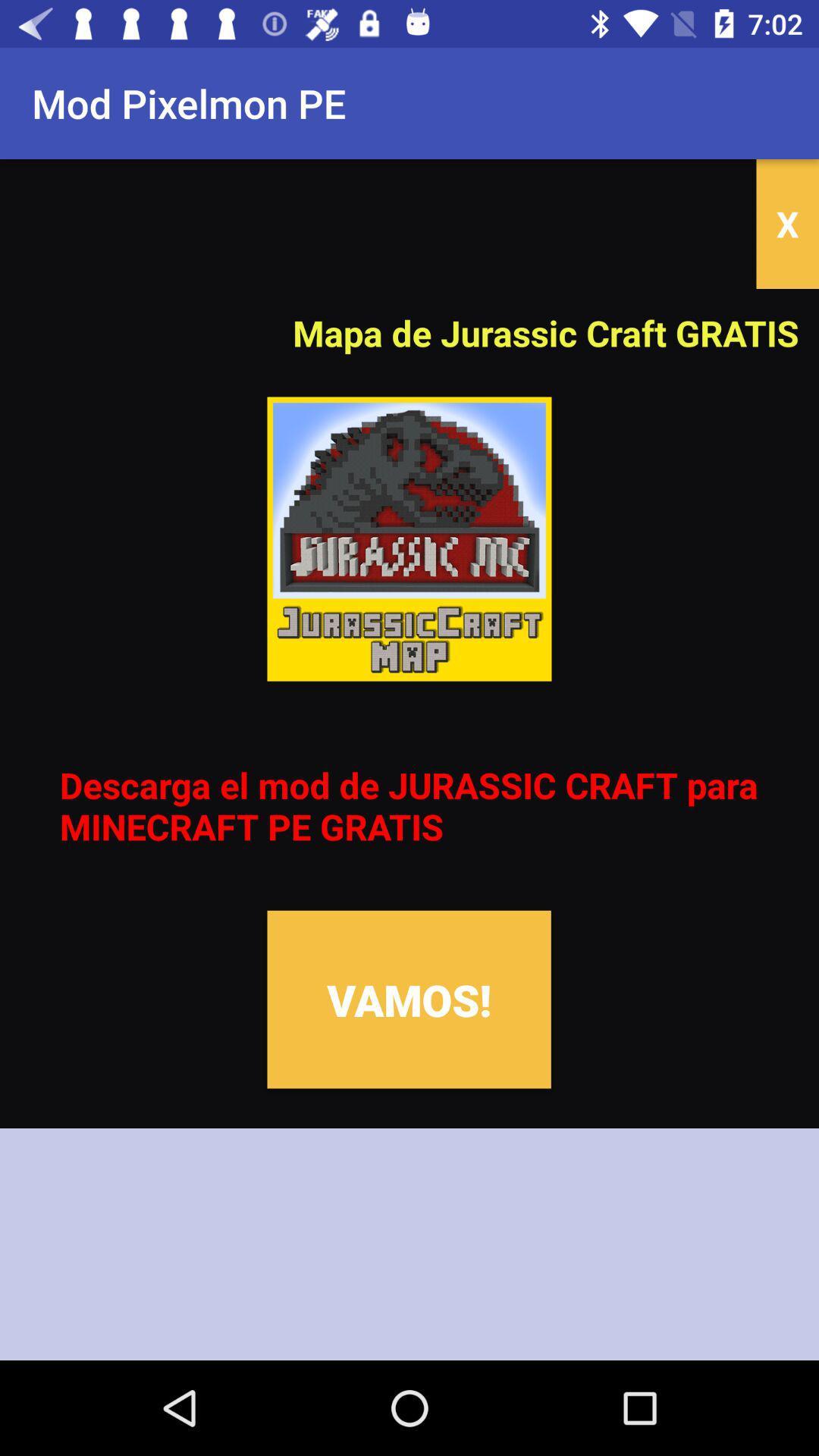  I want to click on vamos!, so click(408, 999).